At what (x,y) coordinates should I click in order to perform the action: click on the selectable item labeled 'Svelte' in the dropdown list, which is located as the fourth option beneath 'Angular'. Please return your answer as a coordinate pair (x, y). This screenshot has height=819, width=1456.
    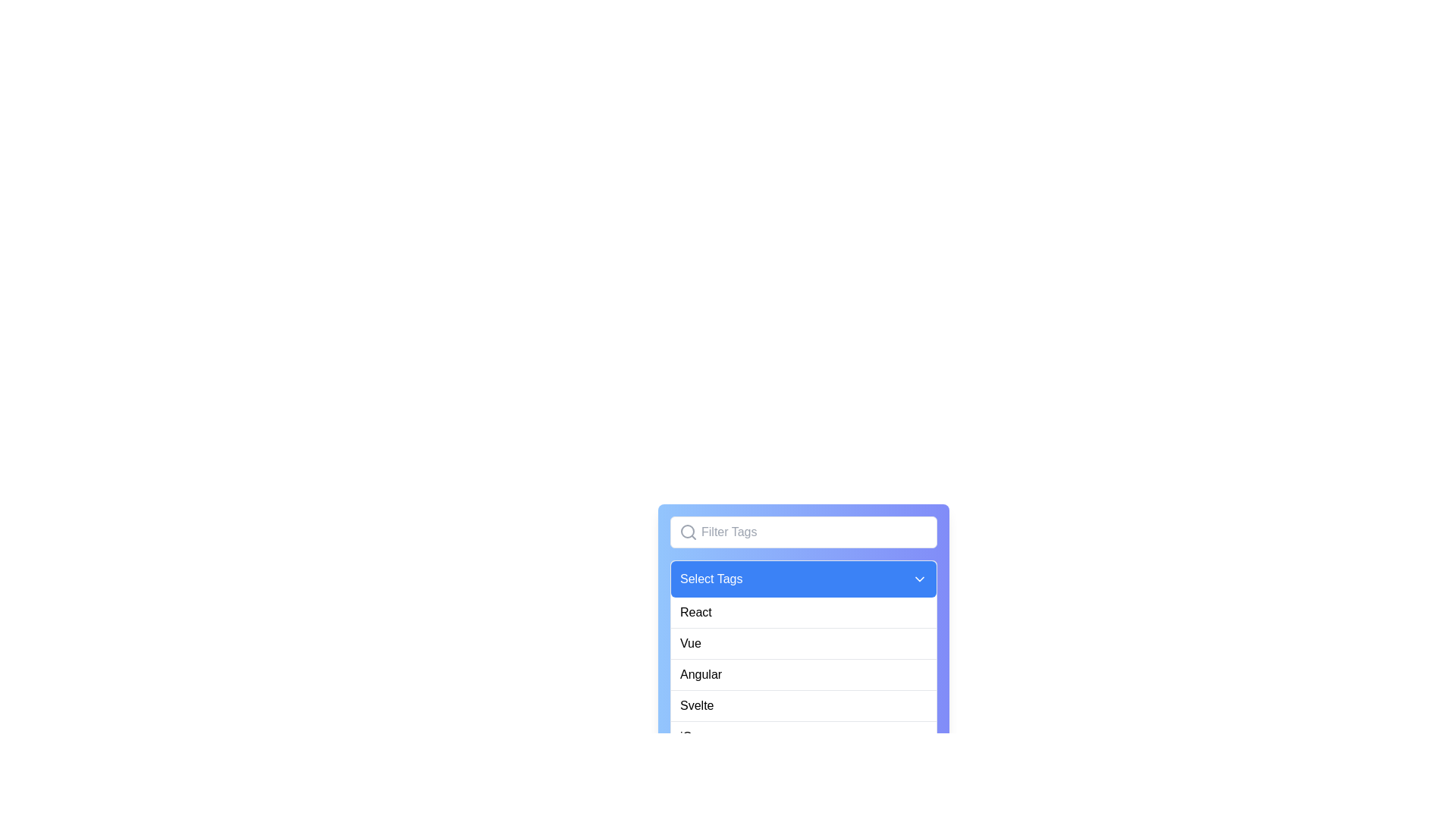
    Looking at the image, I should click on (803, 705).